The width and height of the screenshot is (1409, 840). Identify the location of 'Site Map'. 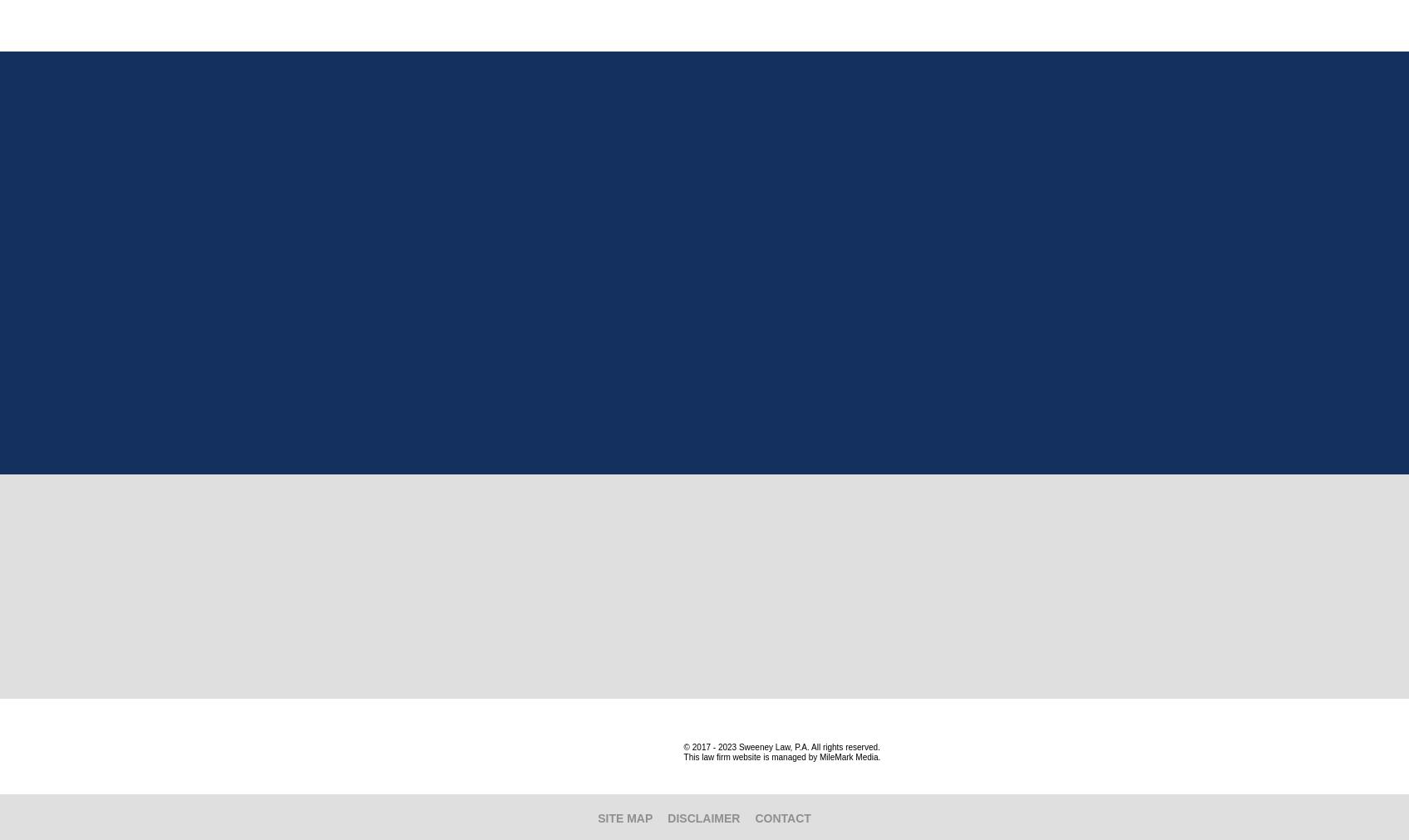
(624, 818).